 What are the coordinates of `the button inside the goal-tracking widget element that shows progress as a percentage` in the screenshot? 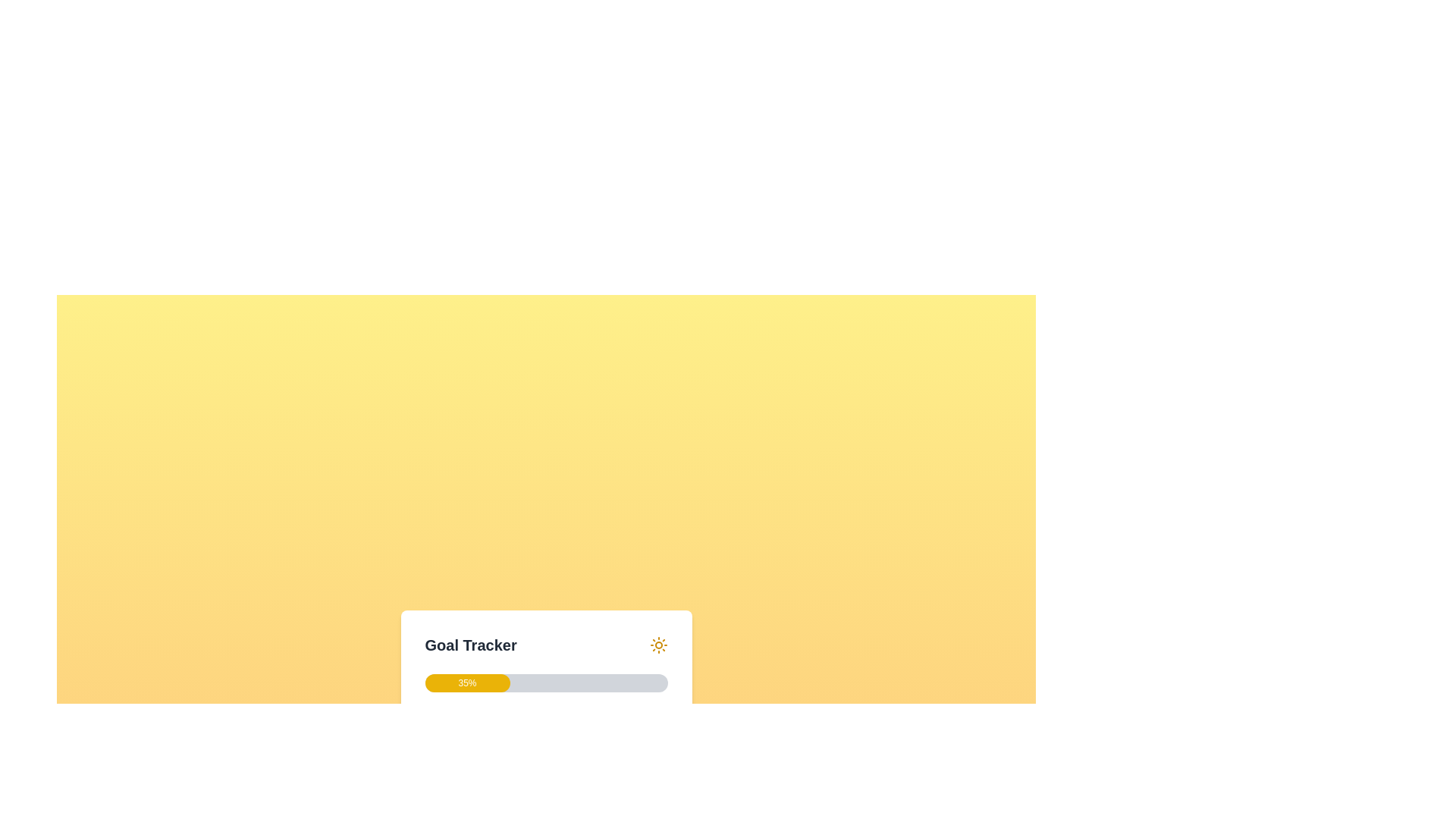 It's located at (546, 704).